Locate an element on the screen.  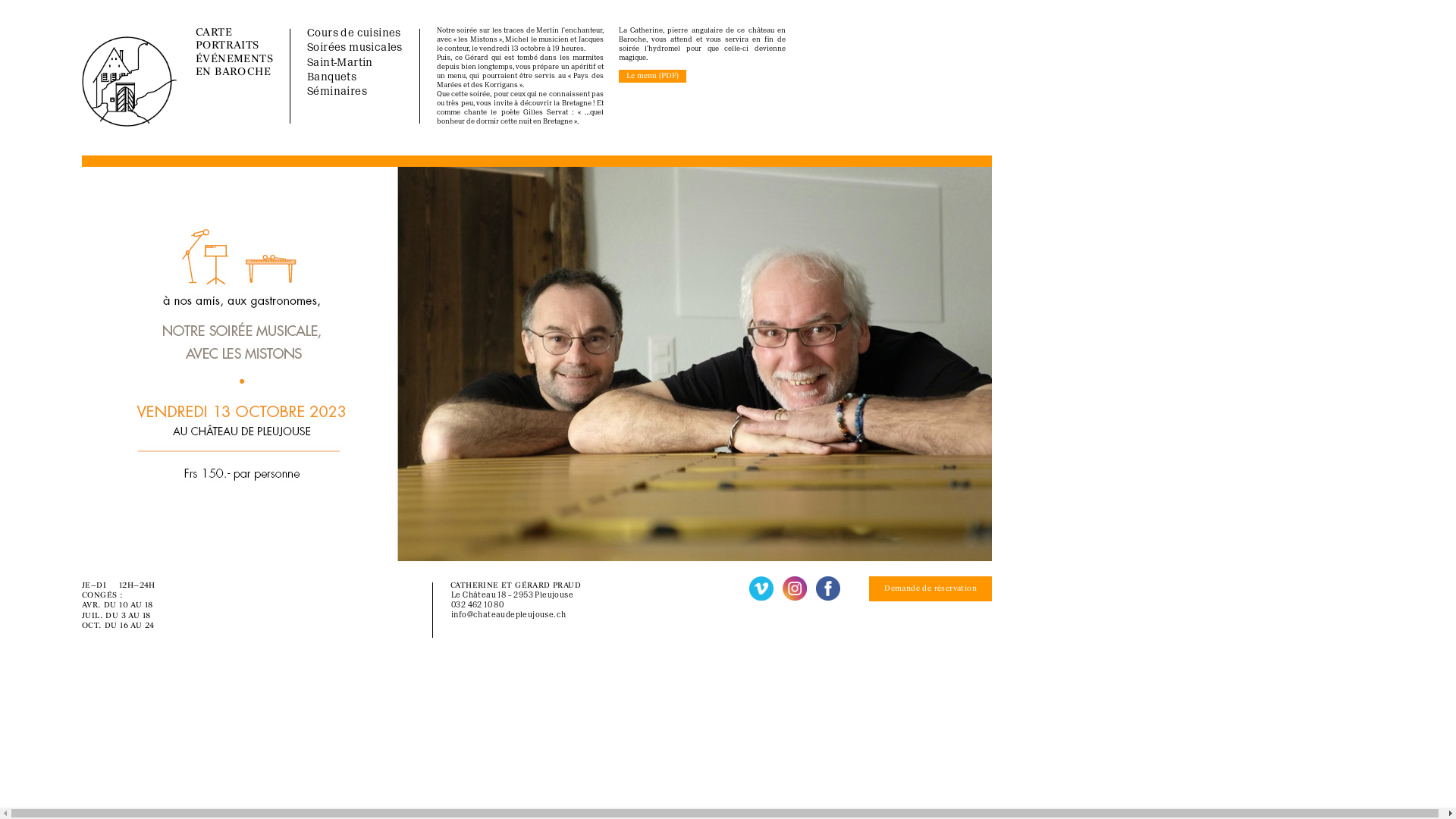
'Saint-Martin' is located at coordinates (306, 62).